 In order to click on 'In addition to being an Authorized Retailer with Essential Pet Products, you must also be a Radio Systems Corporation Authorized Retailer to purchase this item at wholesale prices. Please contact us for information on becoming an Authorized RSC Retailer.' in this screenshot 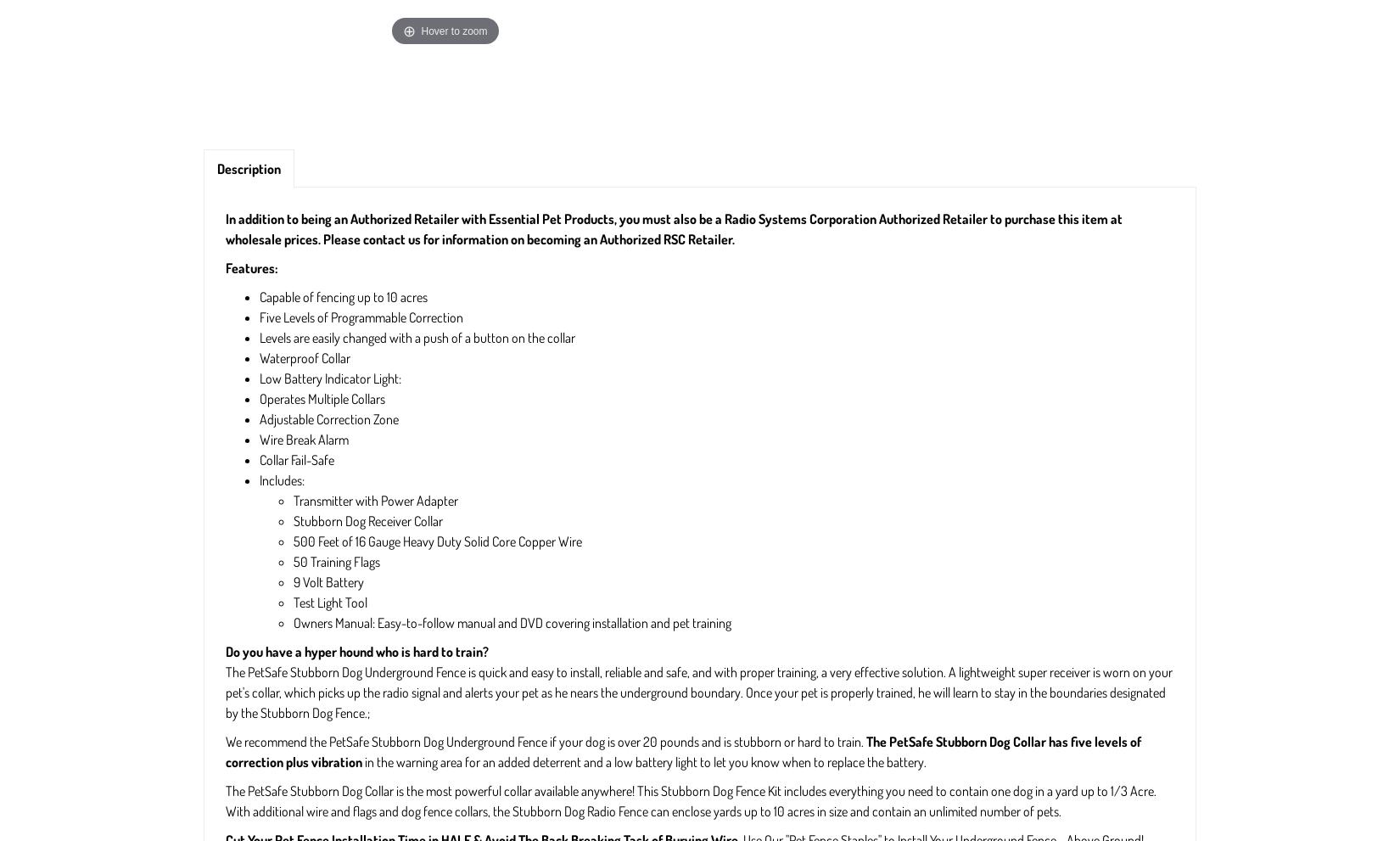, I will do `click(225, 229)`.